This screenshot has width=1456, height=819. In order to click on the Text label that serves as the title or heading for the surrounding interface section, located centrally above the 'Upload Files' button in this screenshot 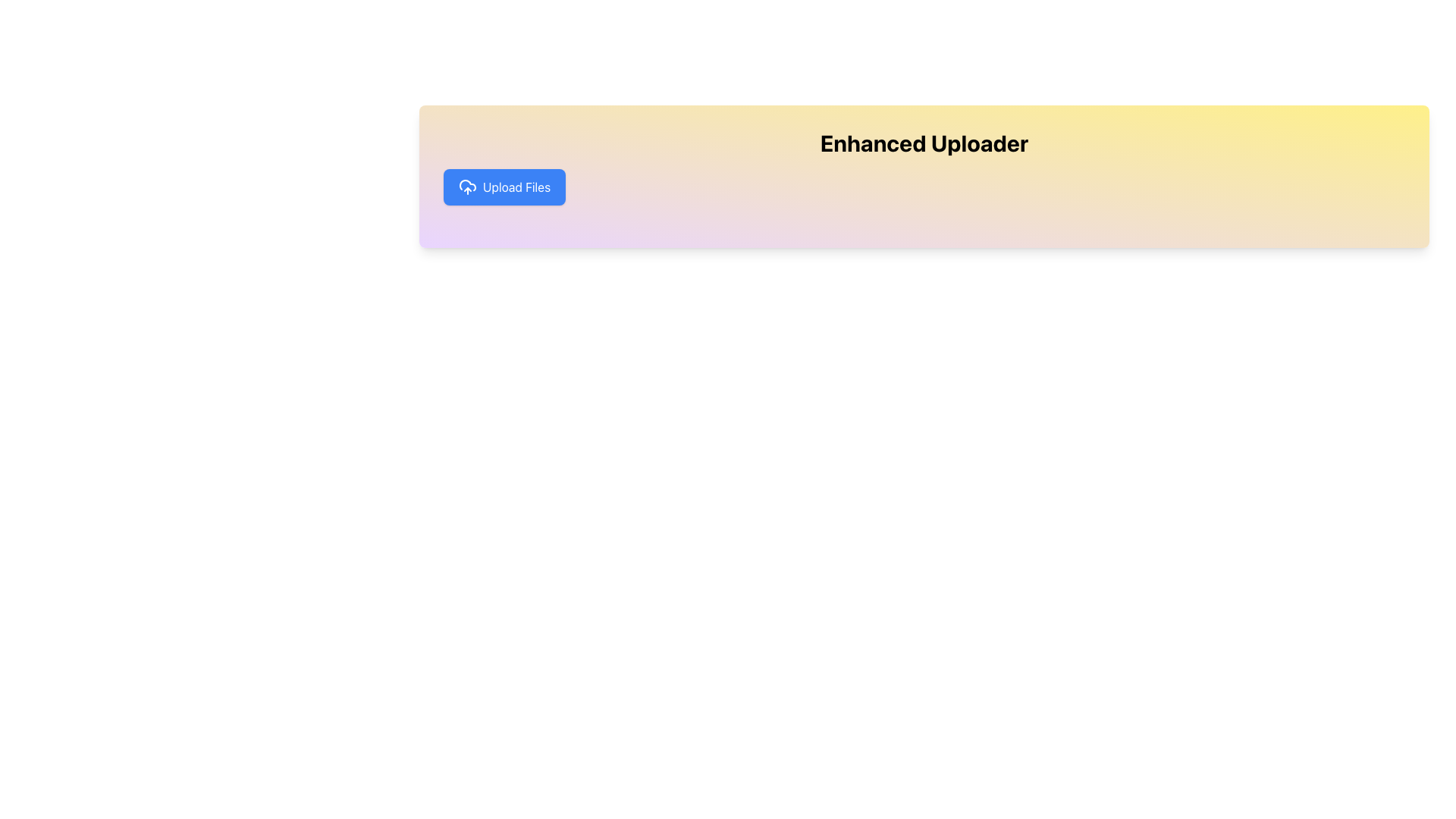, I will do `click(924, 143)`.